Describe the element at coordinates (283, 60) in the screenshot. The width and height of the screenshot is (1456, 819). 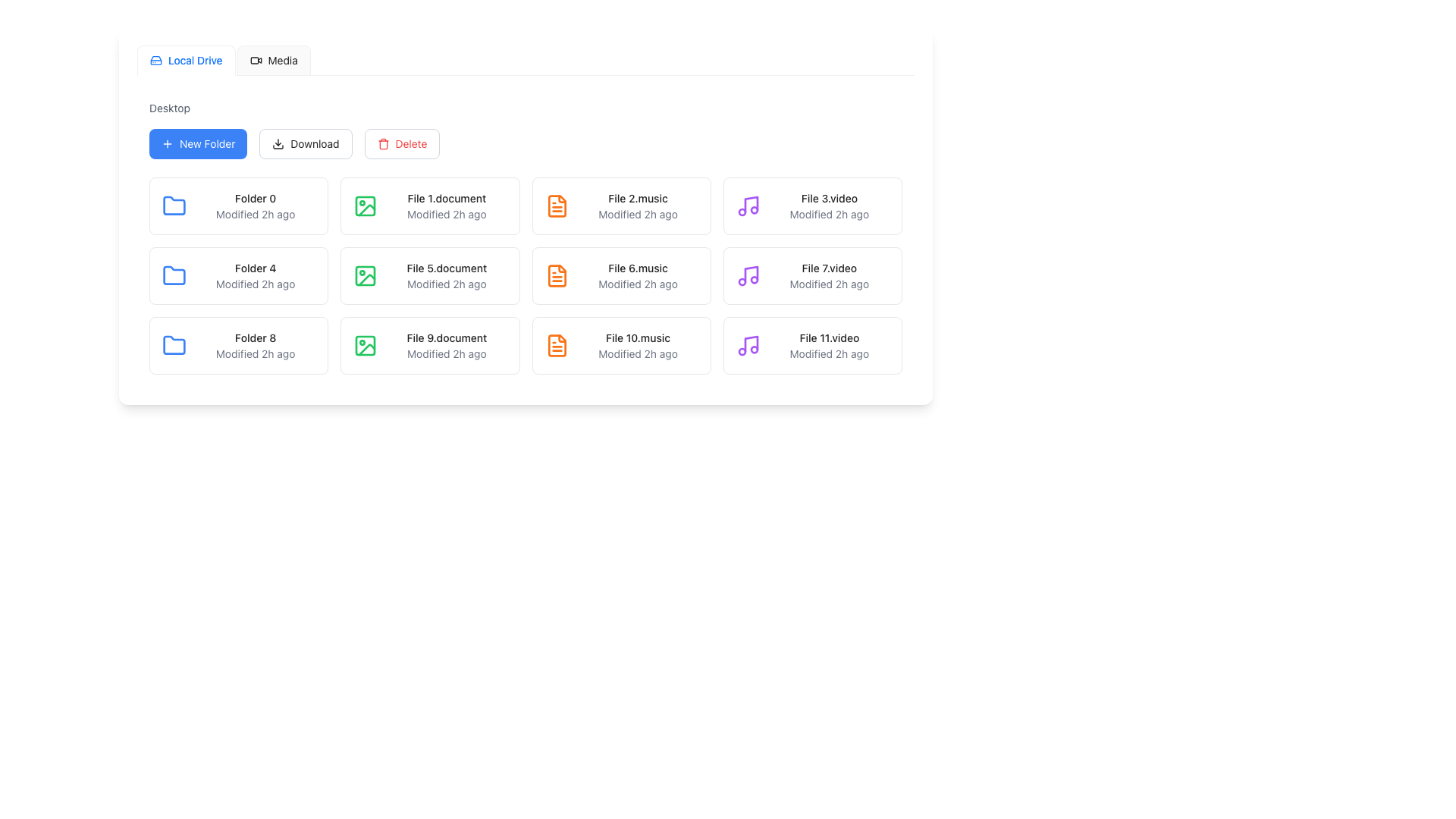
I see `the Text label that indicates a section or functionality related to media files, located in the upper left of the interface, above the main content` at that location.